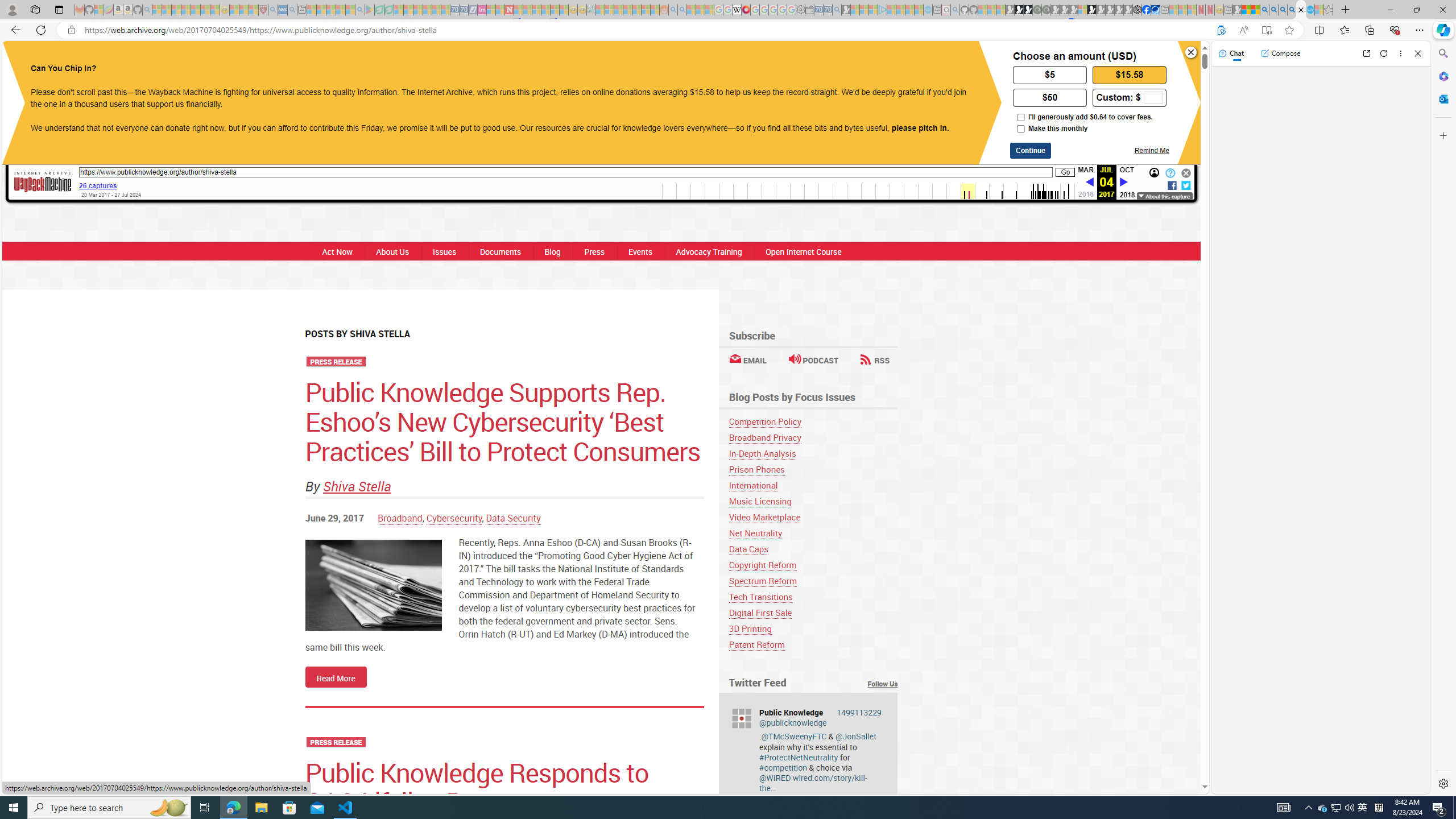 The width and height of the screenshot is (1456, 819). I want to click on 'About Us', so click(392, 251).